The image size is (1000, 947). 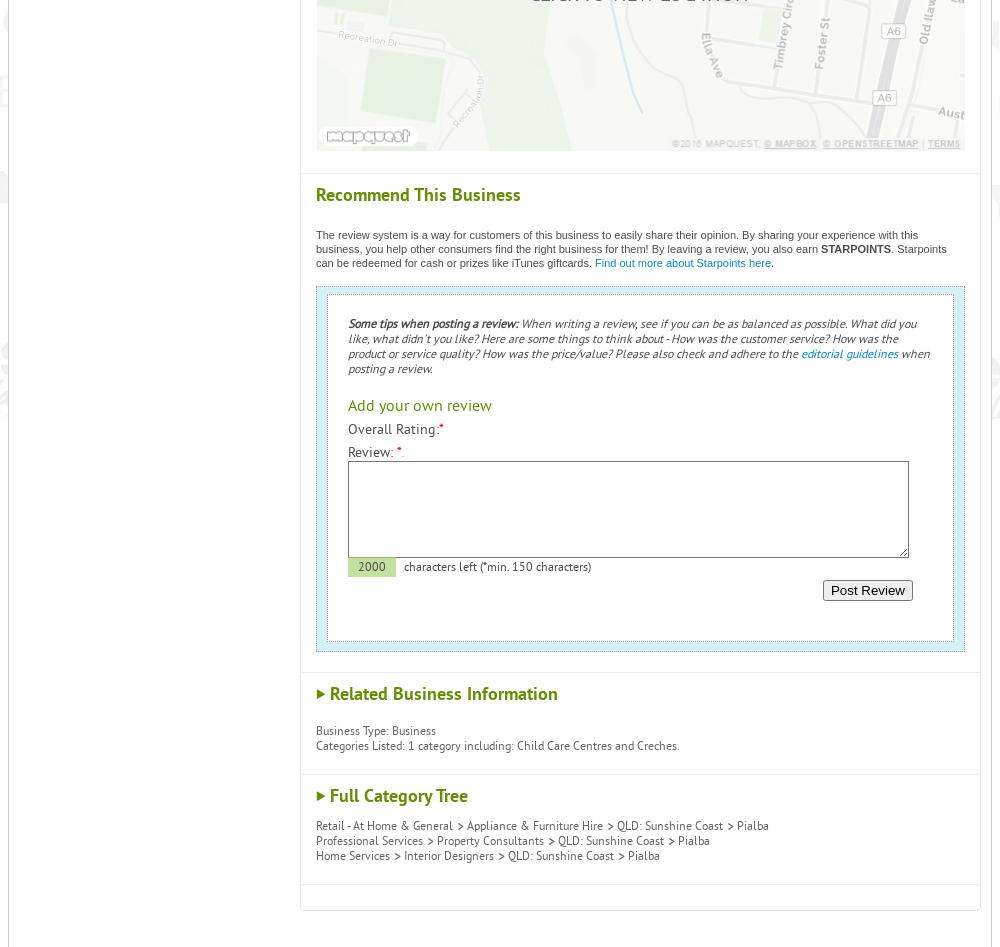 What do you see at coordinates (489, 841) in the screenshot?
I see `'Property Consultants'` at bounding box center [489, 841].